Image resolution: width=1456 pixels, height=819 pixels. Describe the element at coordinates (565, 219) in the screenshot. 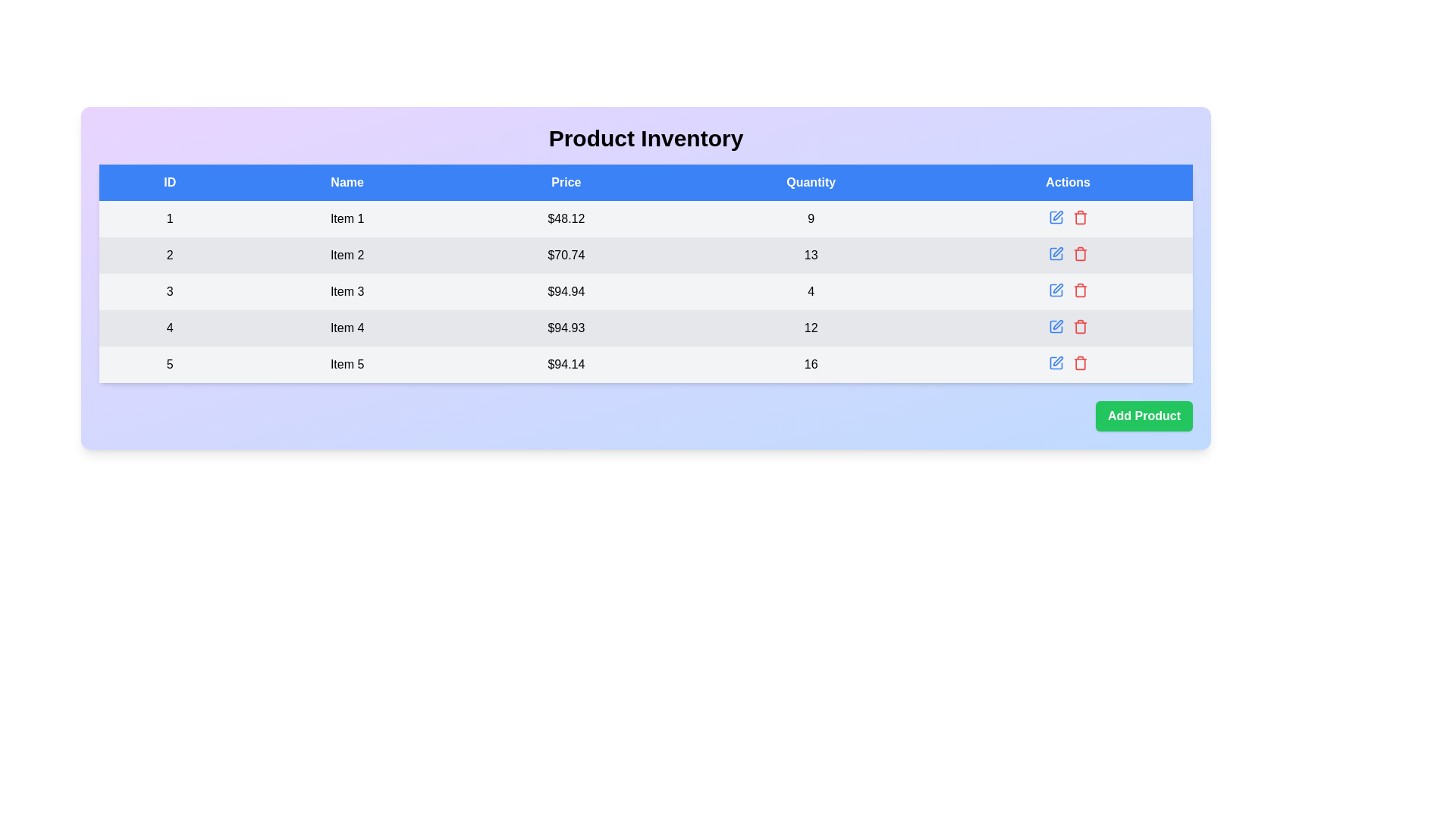

I see `the text display showing the price value in the third column of the first row under the 'Price' column heading` at that location.